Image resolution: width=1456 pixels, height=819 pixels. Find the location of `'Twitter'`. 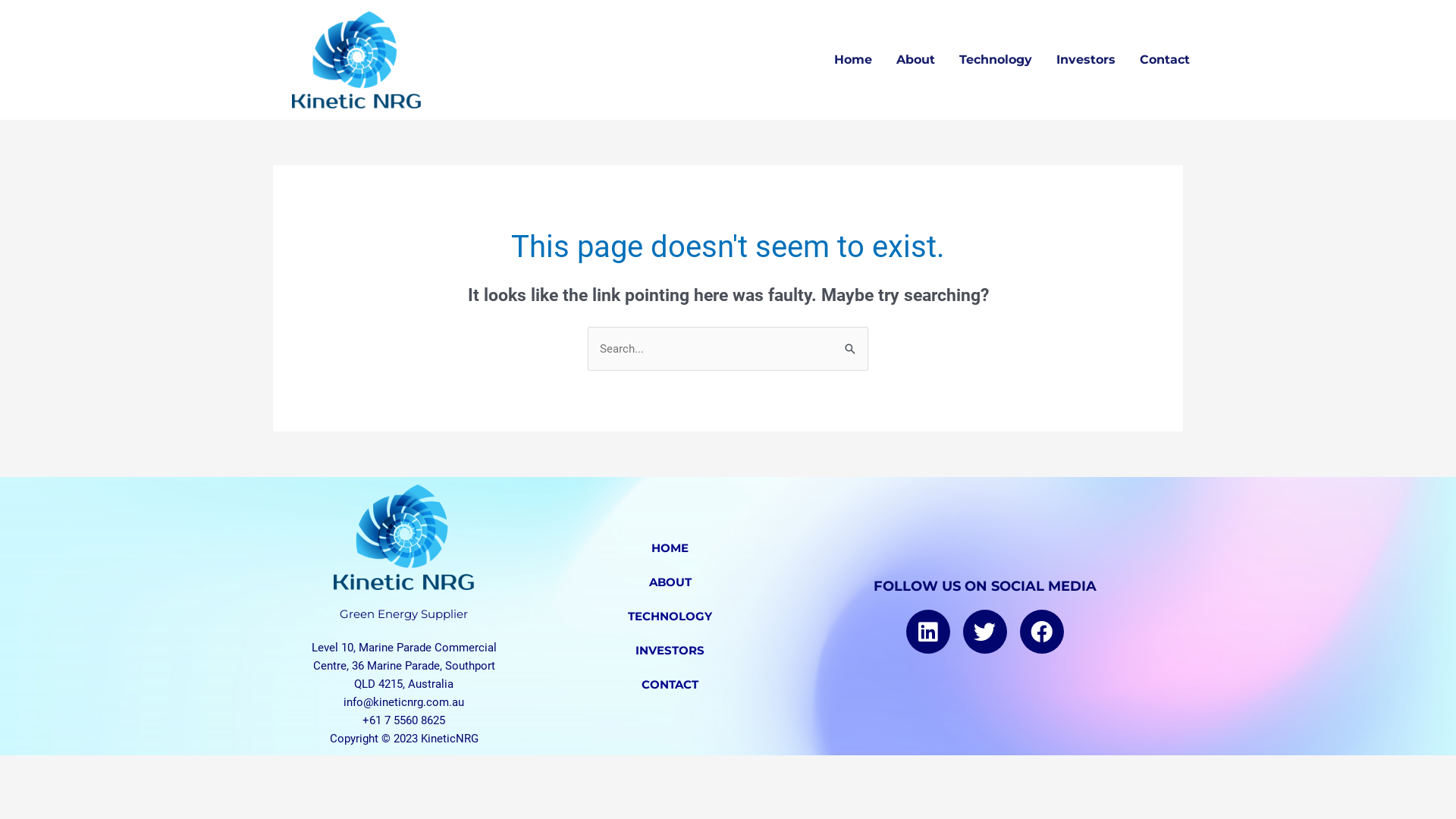

'Twitter' is located at coordinates (962, 632).